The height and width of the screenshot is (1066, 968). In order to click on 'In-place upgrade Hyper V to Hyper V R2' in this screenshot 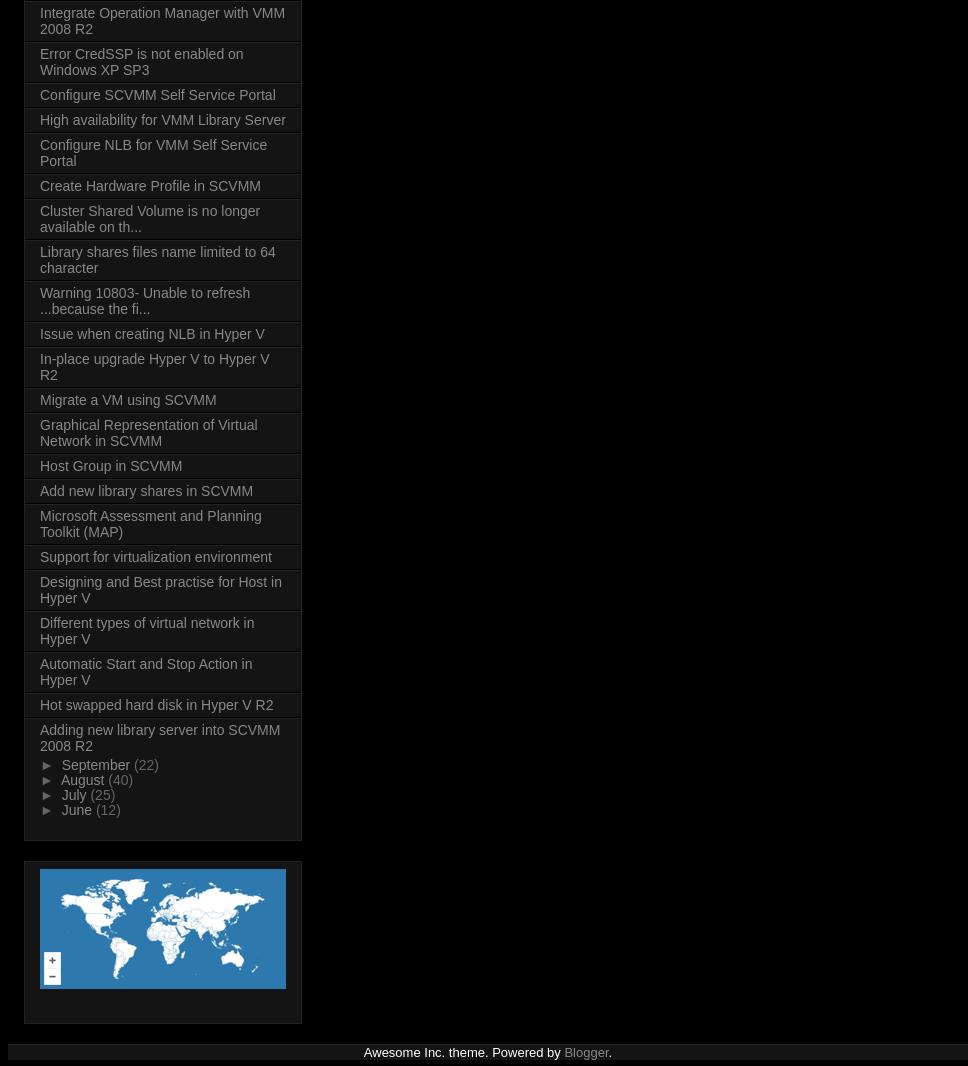, I will do `click(153, 367)`.